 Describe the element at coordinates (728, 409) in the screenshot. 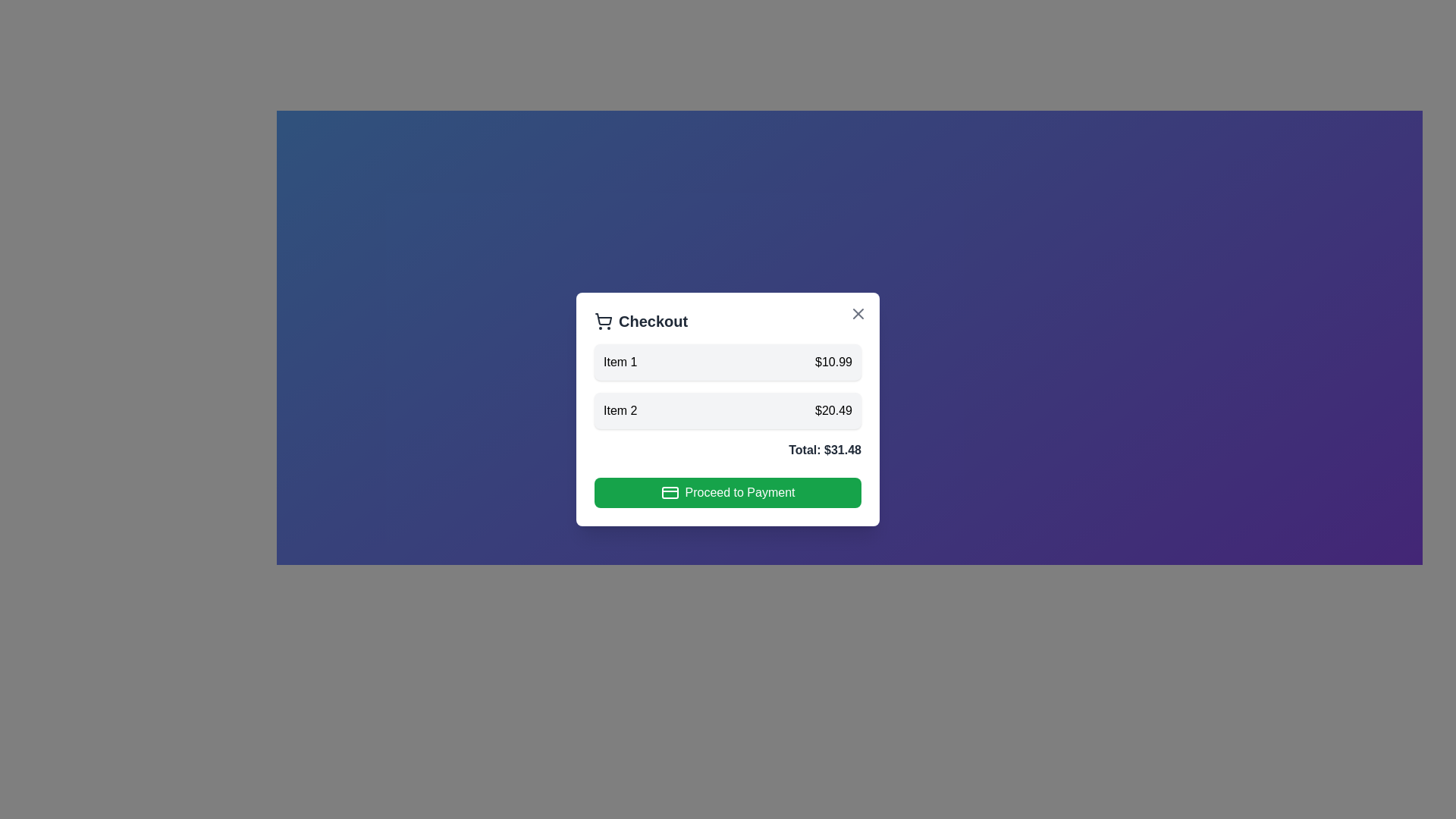

I see `the second informational card in the checkout modal` at that location.